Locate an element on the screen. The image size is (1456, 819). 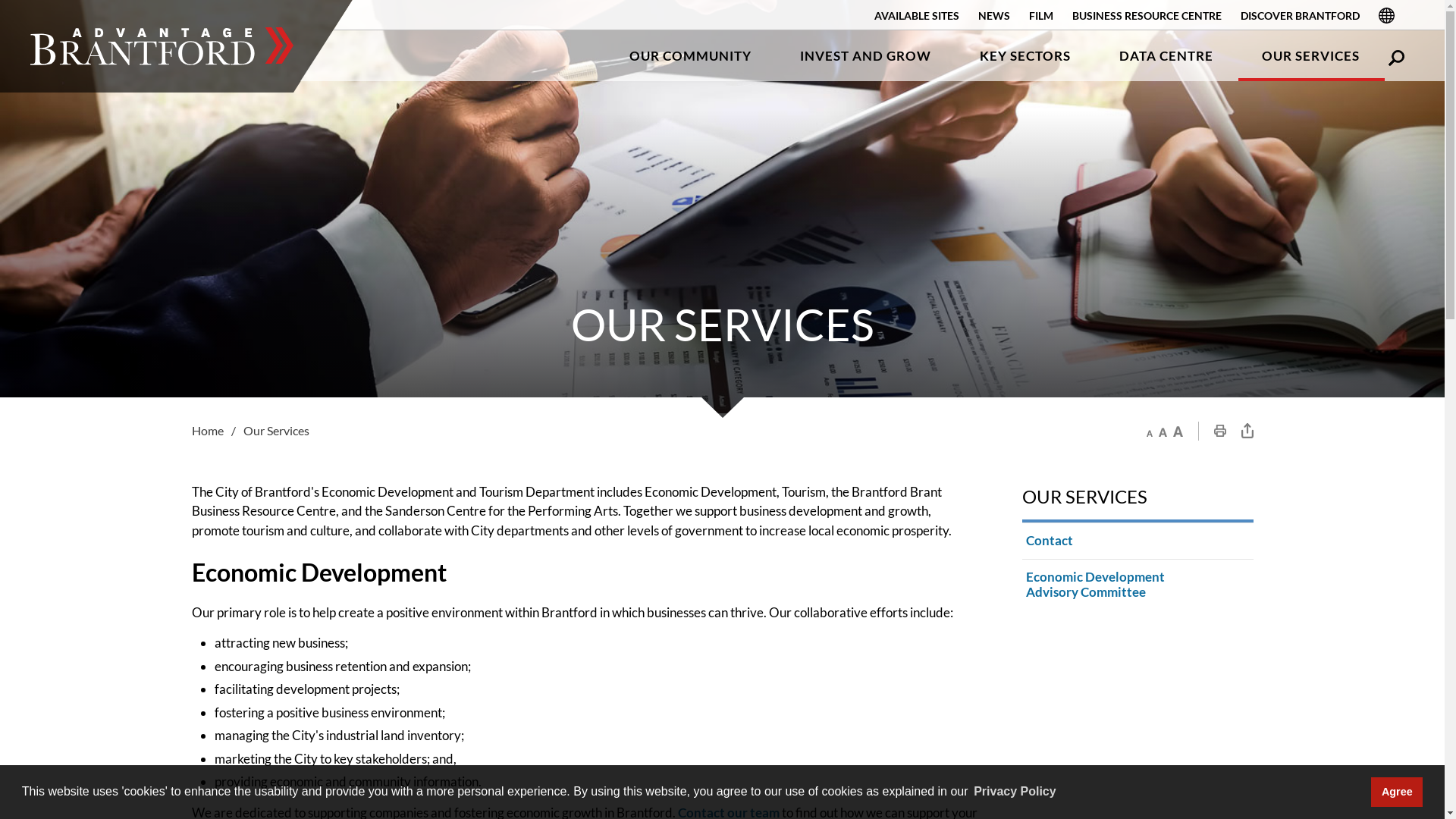
'View our Homepage' is located at coordinates (162, 45).